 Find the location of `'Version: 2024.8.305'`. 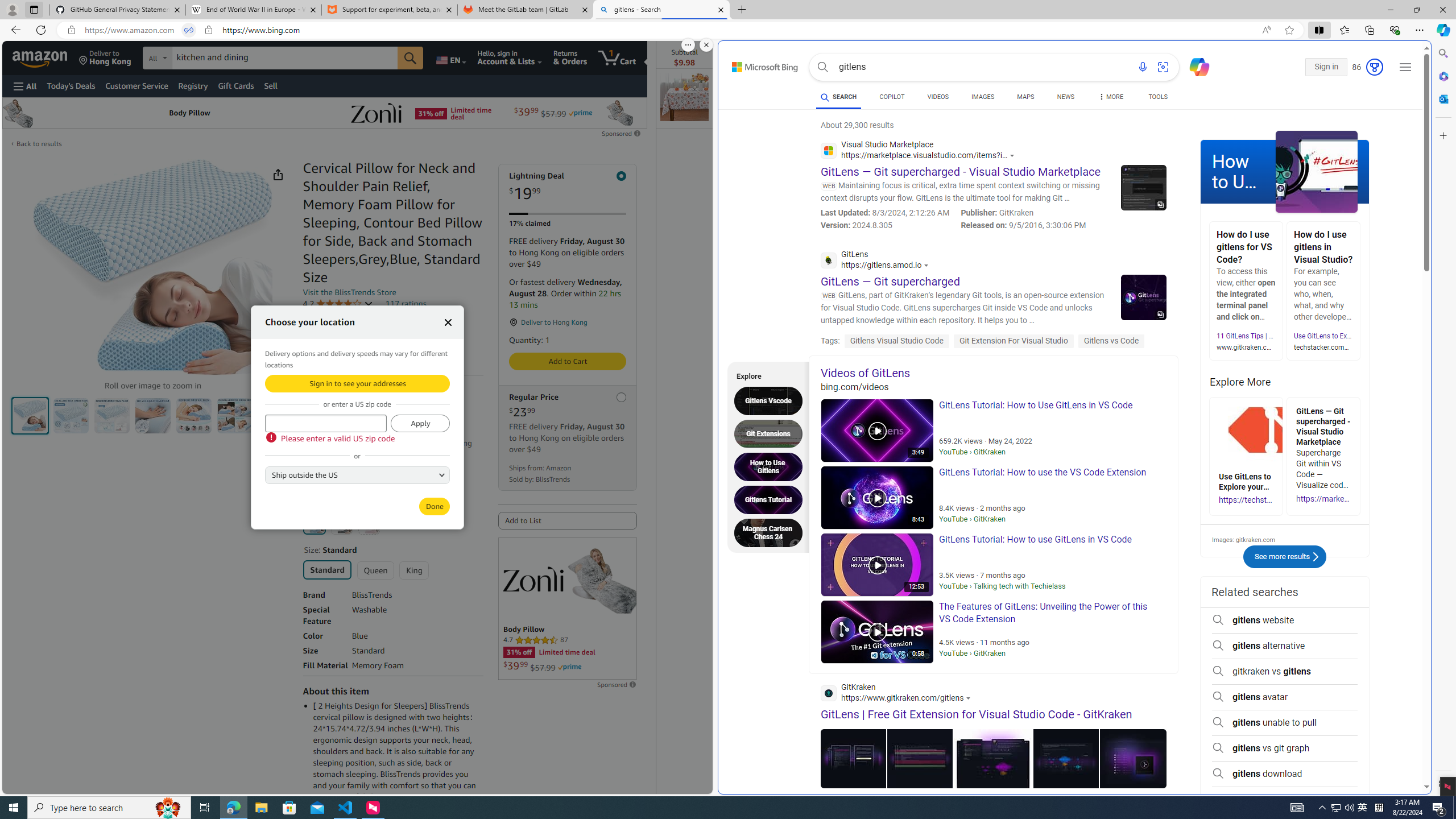

'Version: 2024.8.305' is located at coordinates (885, 225).